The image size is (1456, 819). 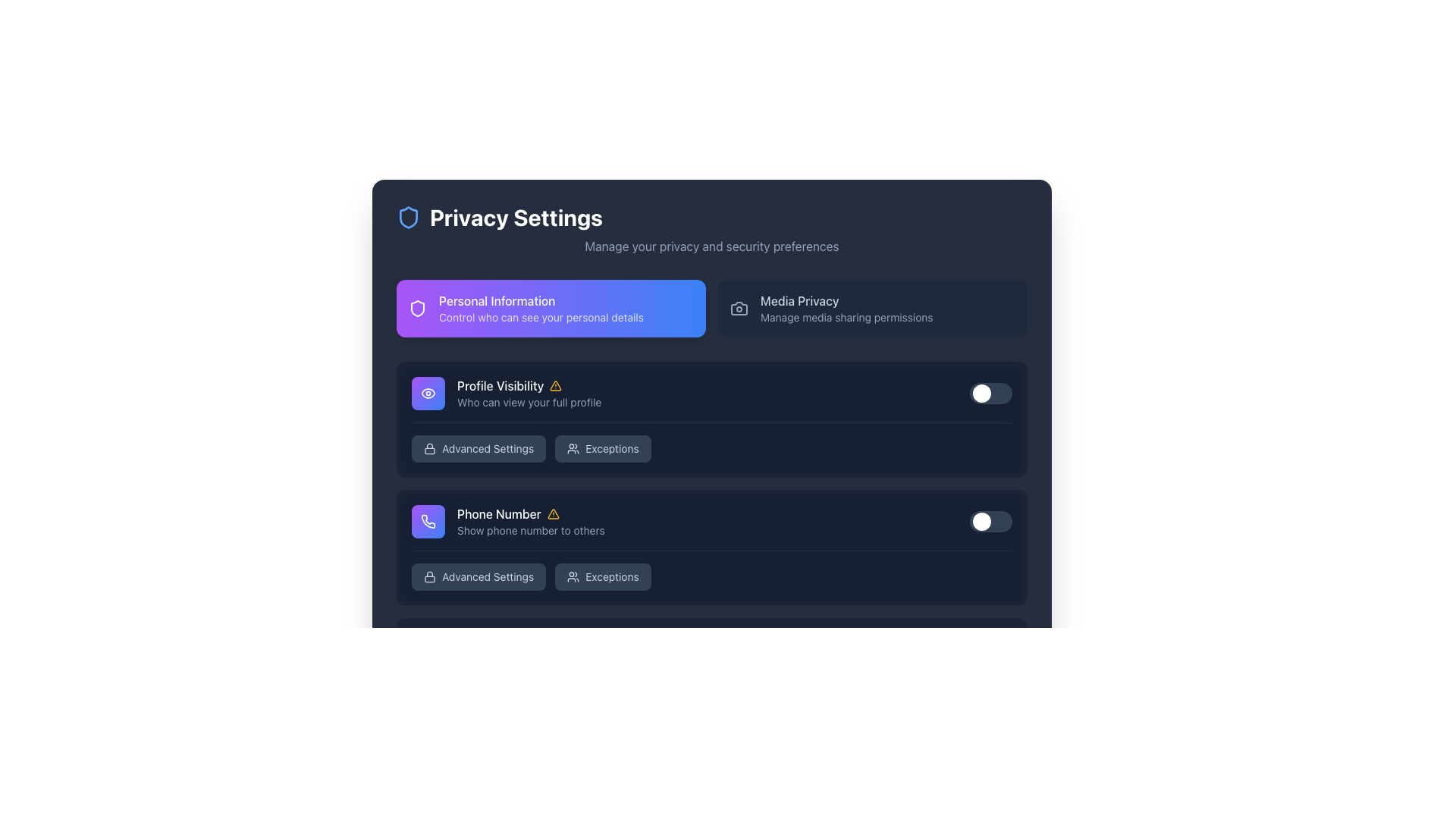 I want to click on the group of people icon located to the left of the 'Exceptions' button in the 'Profile Visibility' section of the settings interface, so click(x=573, y=576).